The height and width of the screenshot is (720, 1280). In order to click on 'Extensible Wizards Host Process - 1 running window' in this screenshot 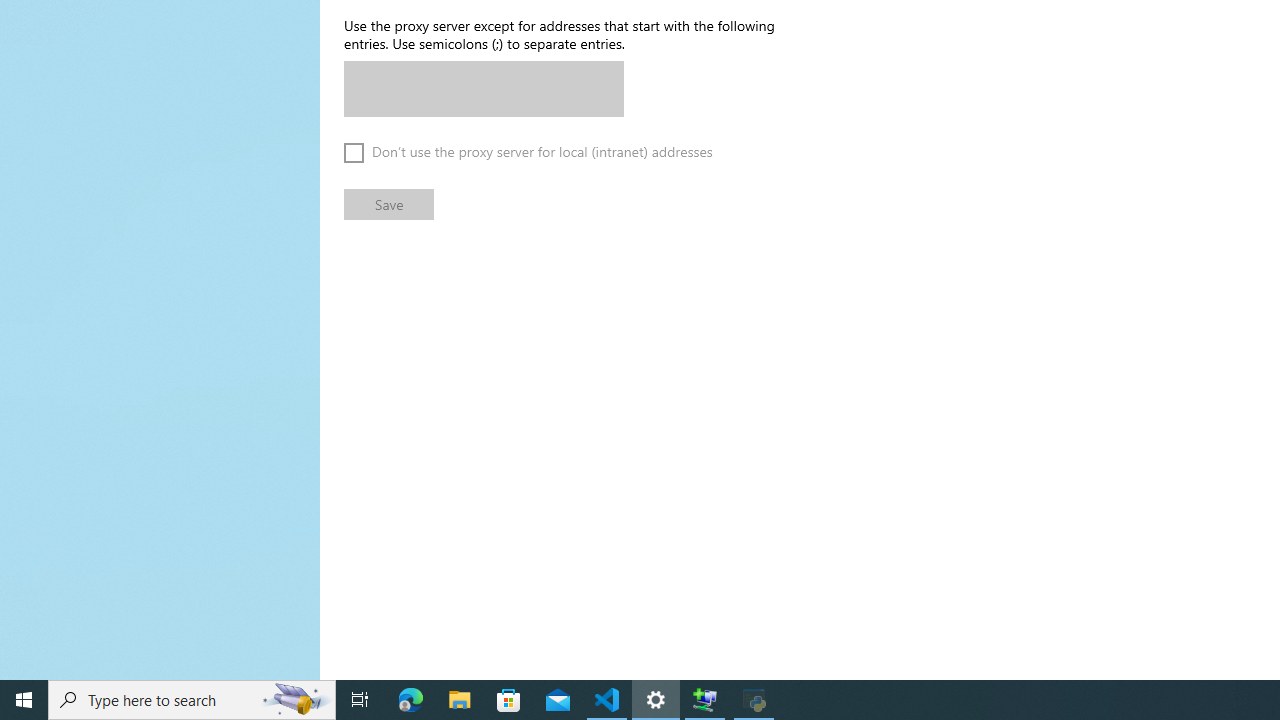, I will do `click(705, 698)`.